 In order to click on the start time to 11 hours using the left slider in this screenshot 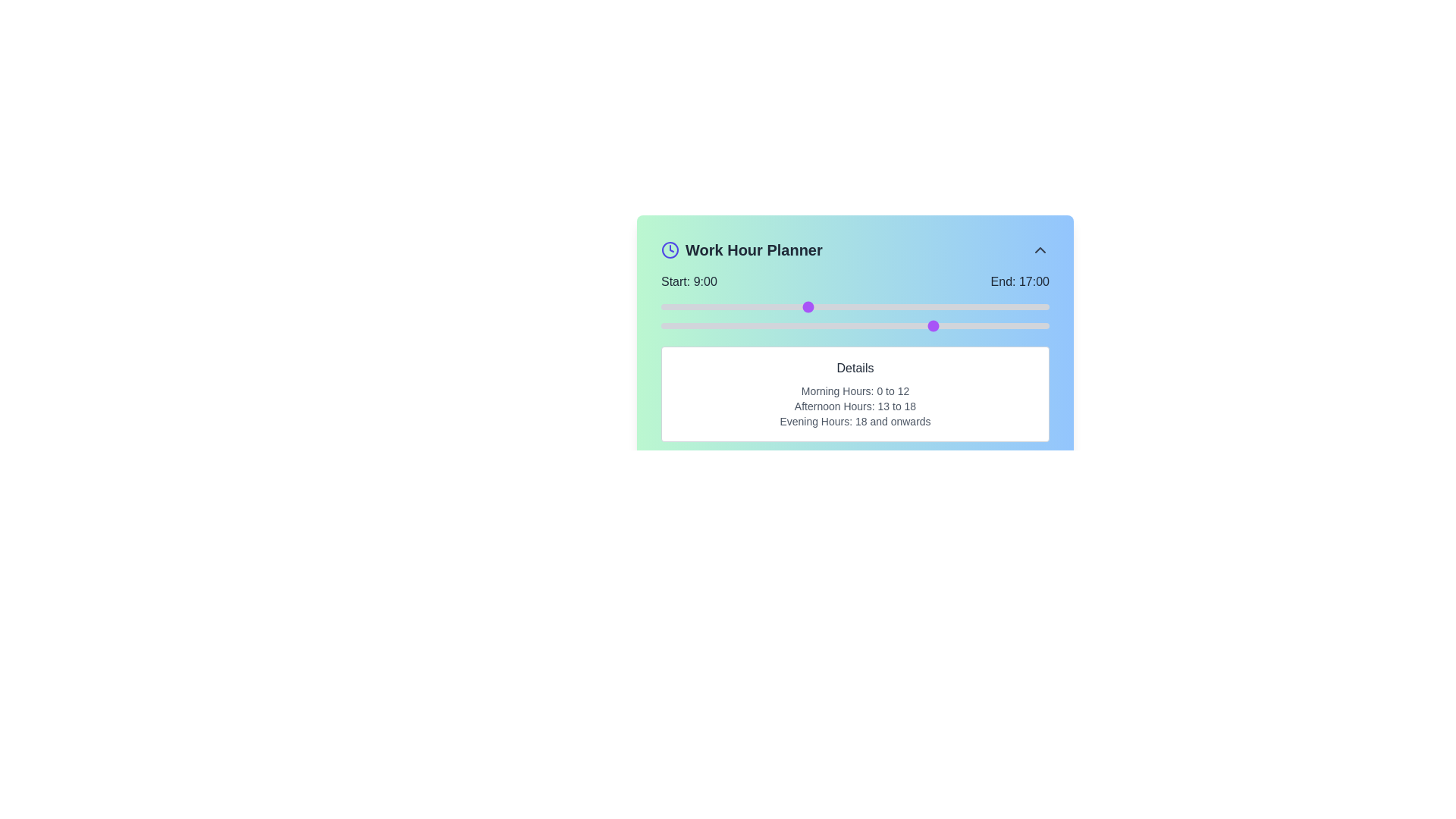, I will do `click(838, 307)`.